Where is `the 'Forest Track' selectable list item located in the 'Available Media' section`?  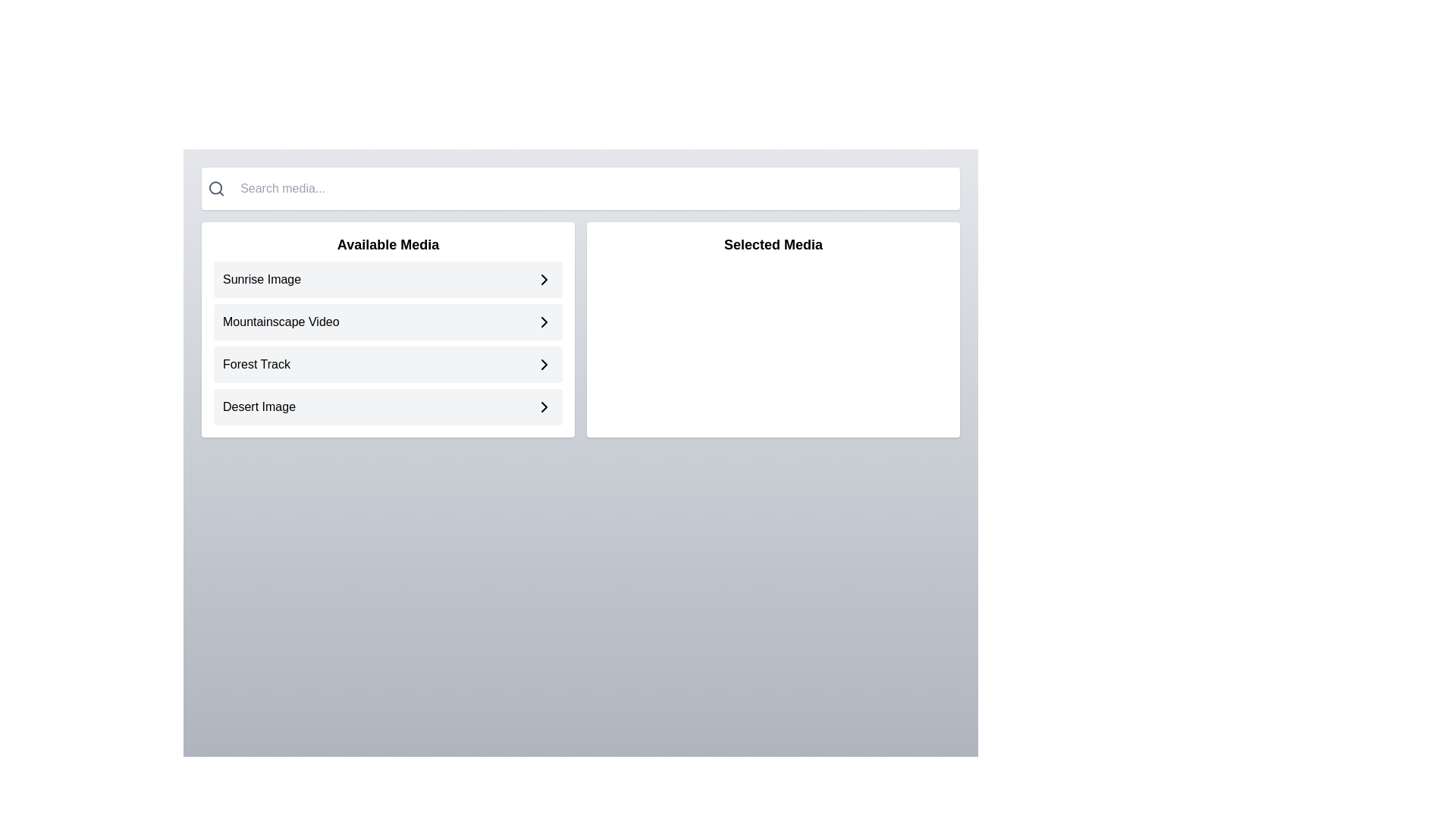 the 'Forest Track' selectable list item located in the 'Available Media' section is located at coordinates (388, 365).